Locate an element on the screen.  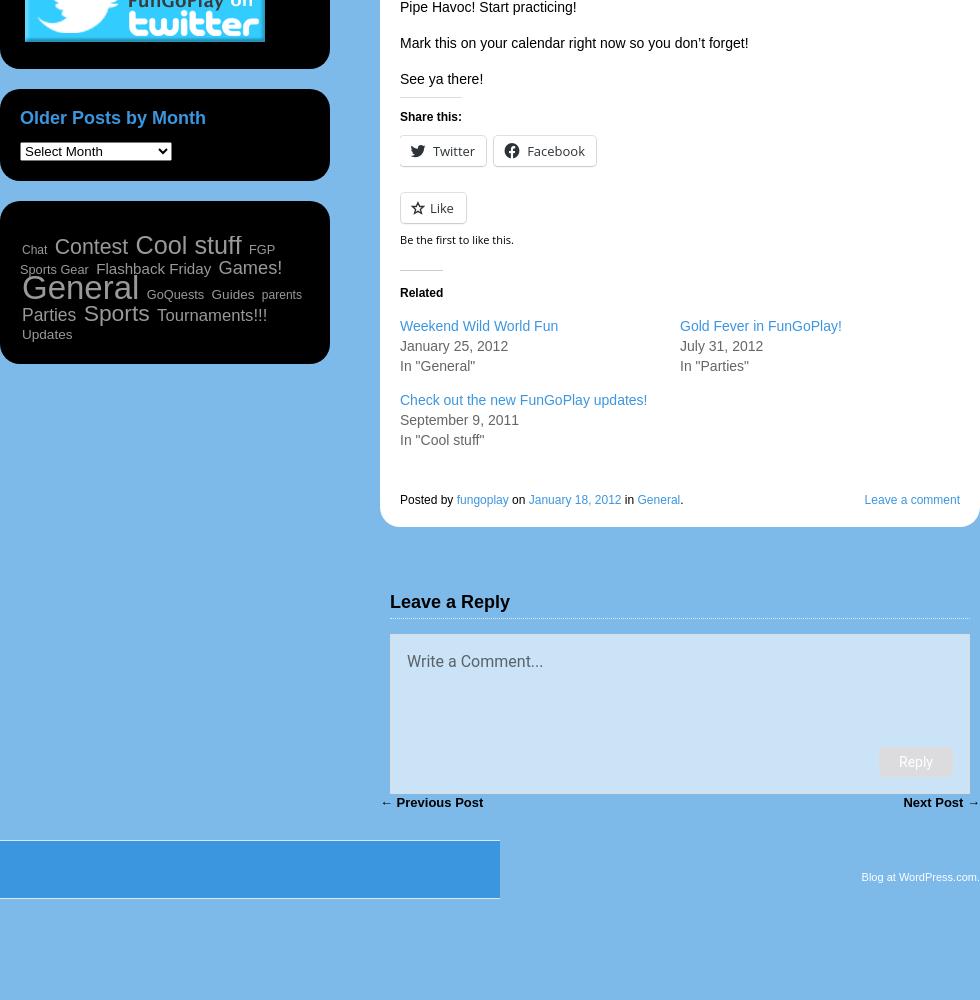
'Leave a comment' is located at coordinates (911, 500).